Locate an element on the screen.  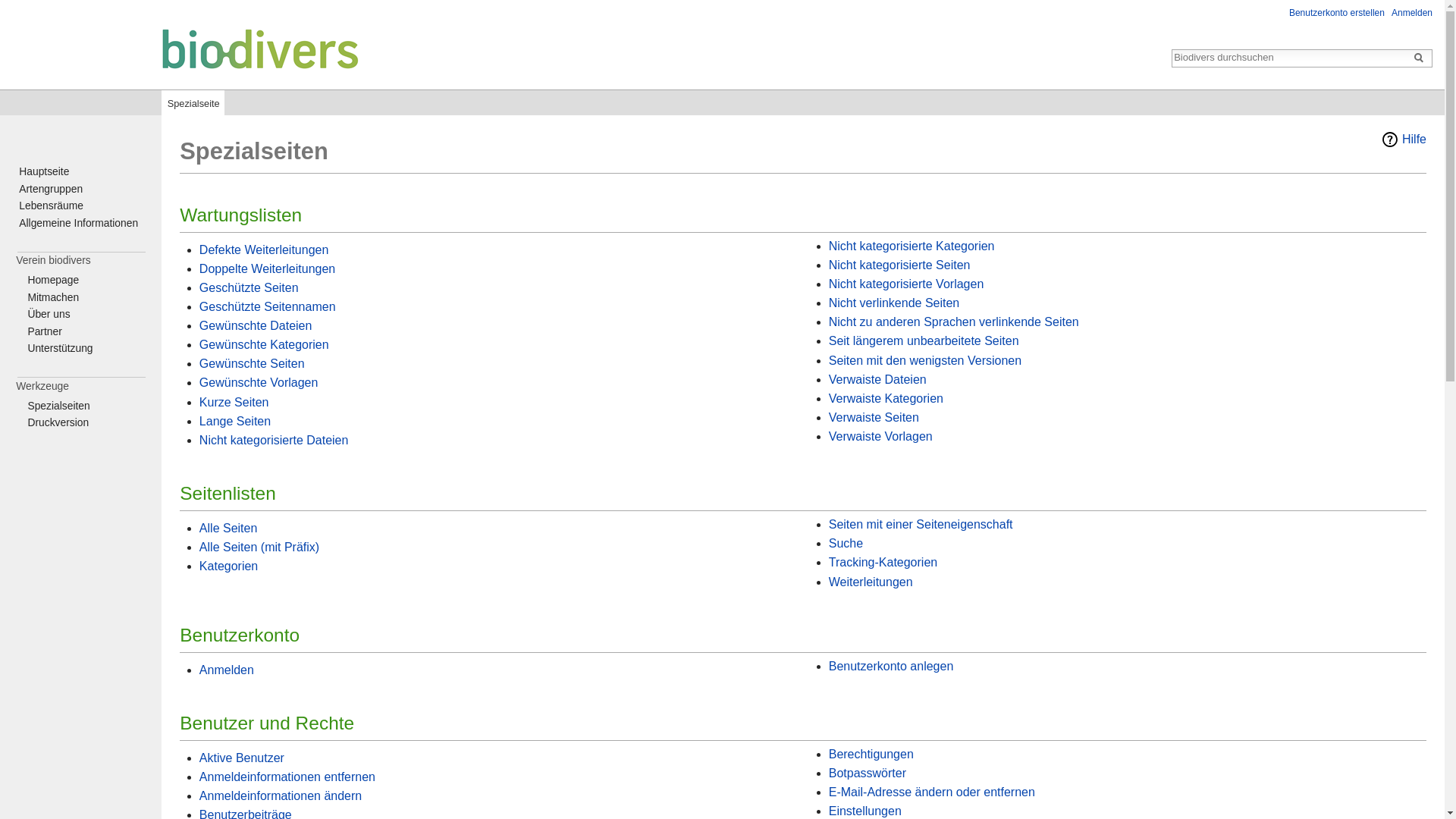
'Aktive Benutzer' is located at coordinates (240, 758).